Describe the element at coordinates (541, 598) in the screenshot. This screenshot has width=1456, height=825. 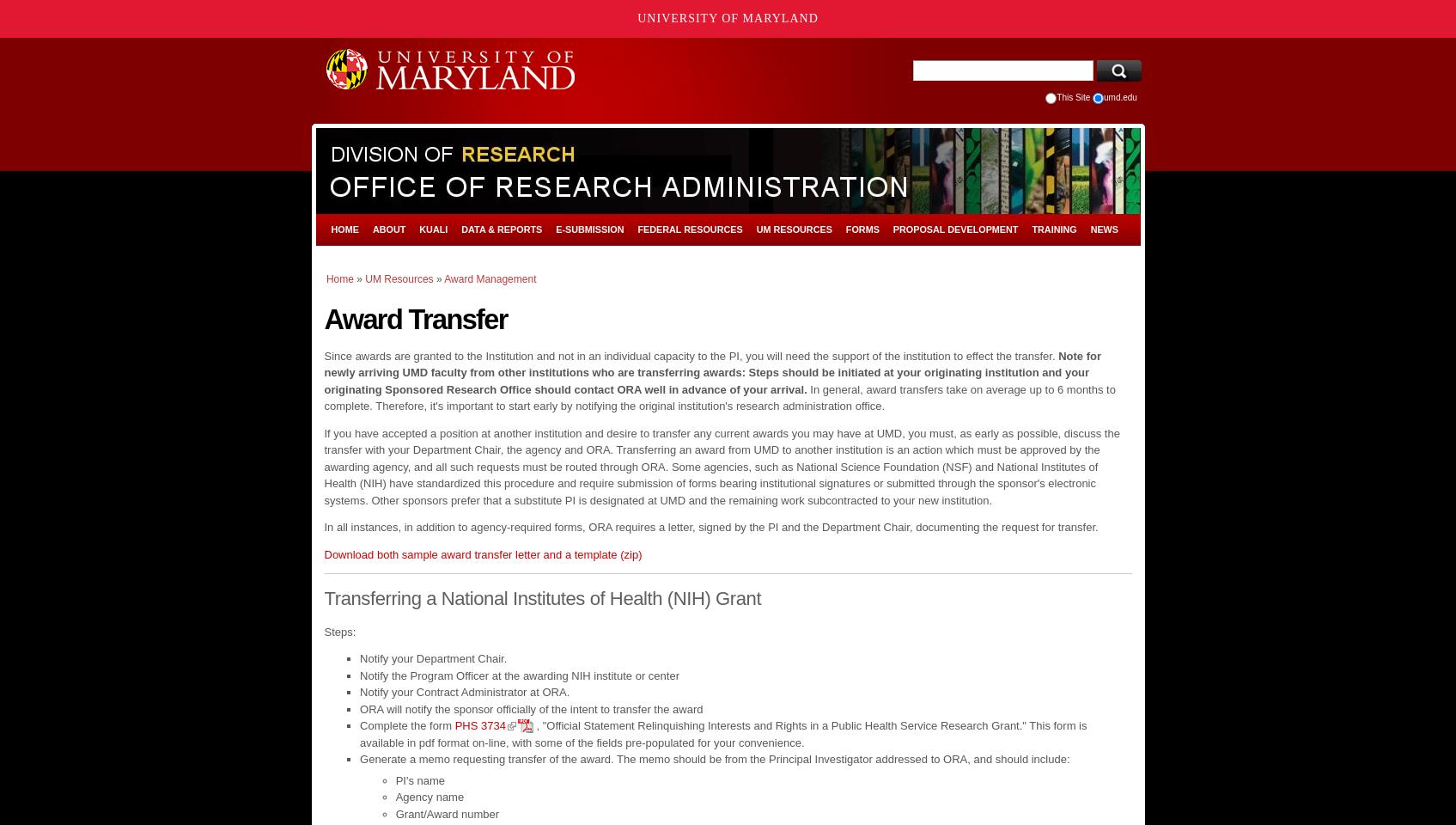
I see `'Transferring a National Institutes of Health (NIH) Grant'` at that location.